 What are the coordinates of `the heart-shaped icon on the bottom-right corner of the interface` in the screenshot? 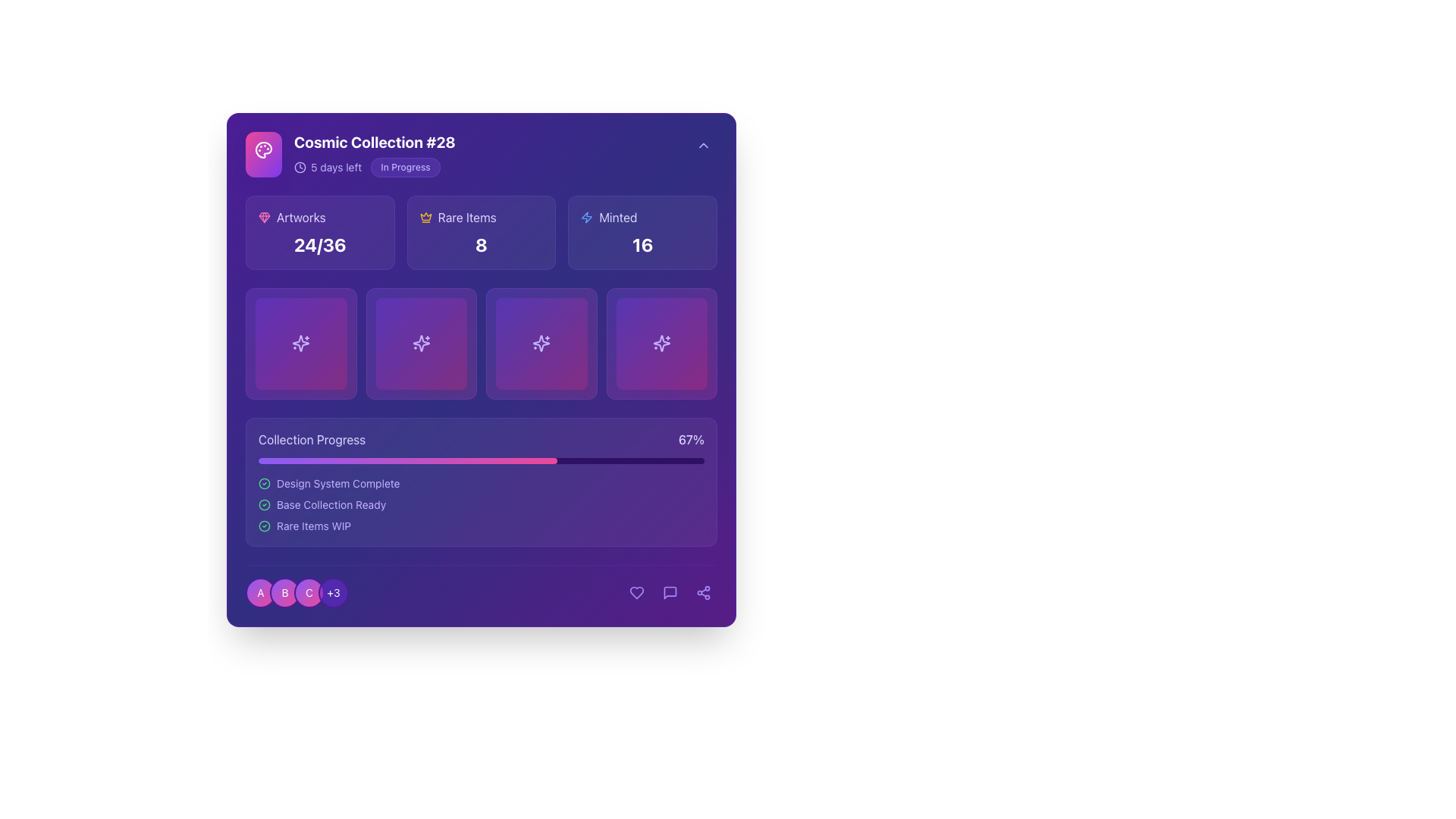 It's located at (637, 591).